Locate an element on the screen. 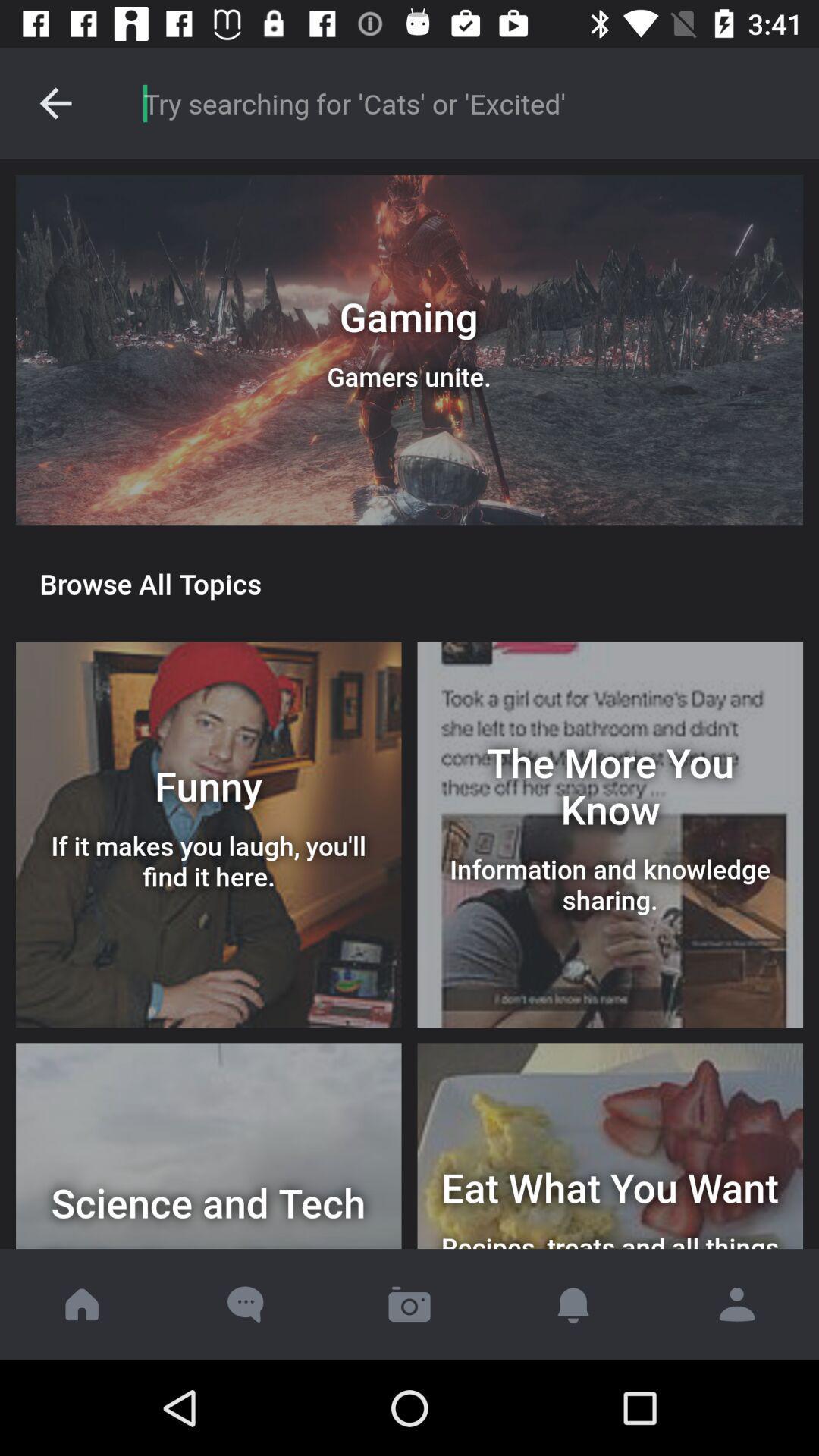  search item is located at coordinates (464, 102).